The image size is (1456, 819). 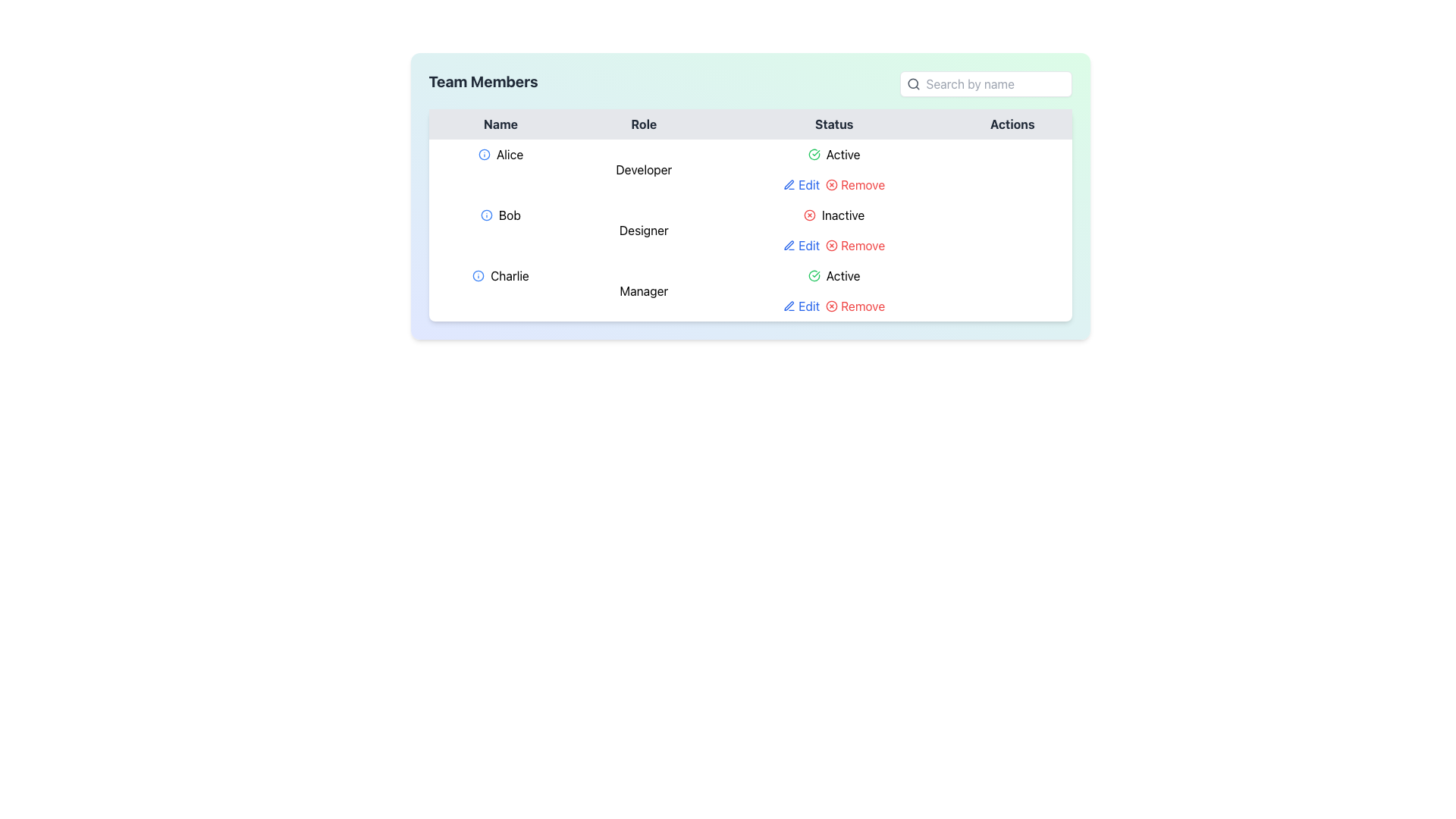 What do you see at coordinates (789, 184) in the screenshot?
I see `the small blue pen icon representing the 'Edit' action in the Actions column of the table for Bob` at bounding box center [789, 184].